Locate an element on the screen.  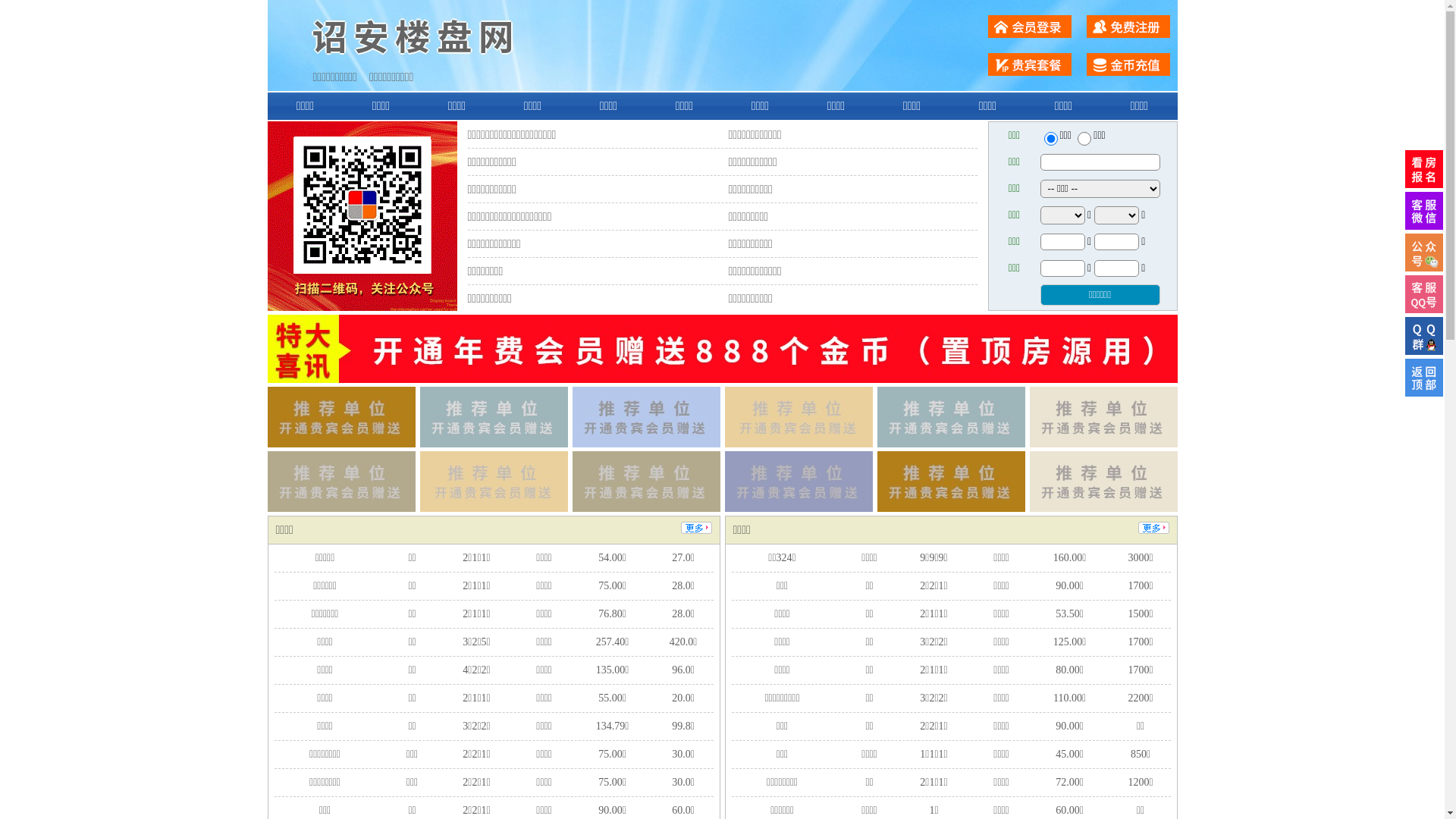
'chuzu' is located at coordinates (1084, 138).